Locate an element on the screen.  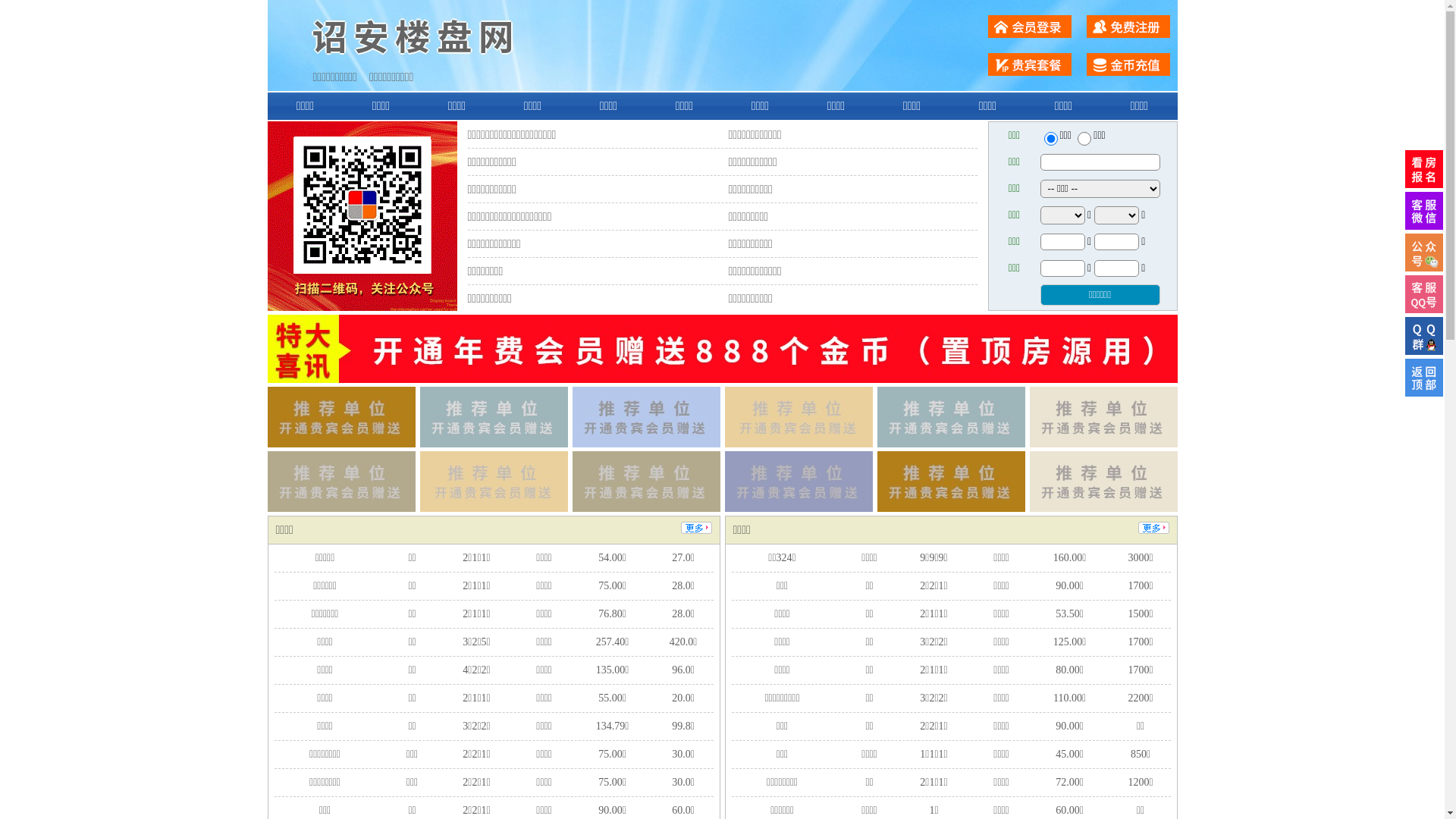
'chuzu' is located at coordinates (1084, 138).